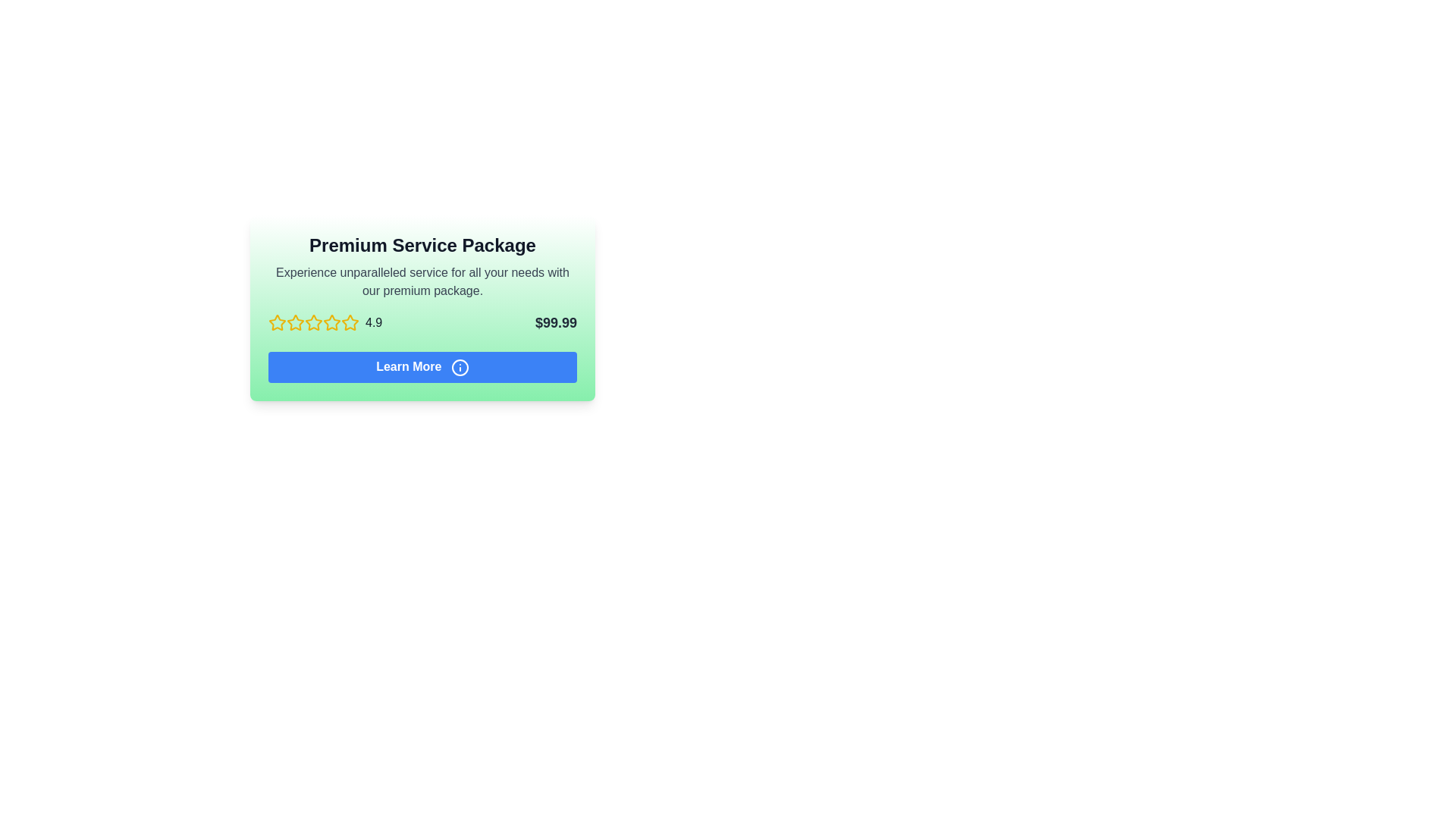 This screenshot has height=819, width=1456. I want to click on the fourth yellow star icon in the rating system, which is styled with a bold outline and filled with light yellow color, so click(349, 322).